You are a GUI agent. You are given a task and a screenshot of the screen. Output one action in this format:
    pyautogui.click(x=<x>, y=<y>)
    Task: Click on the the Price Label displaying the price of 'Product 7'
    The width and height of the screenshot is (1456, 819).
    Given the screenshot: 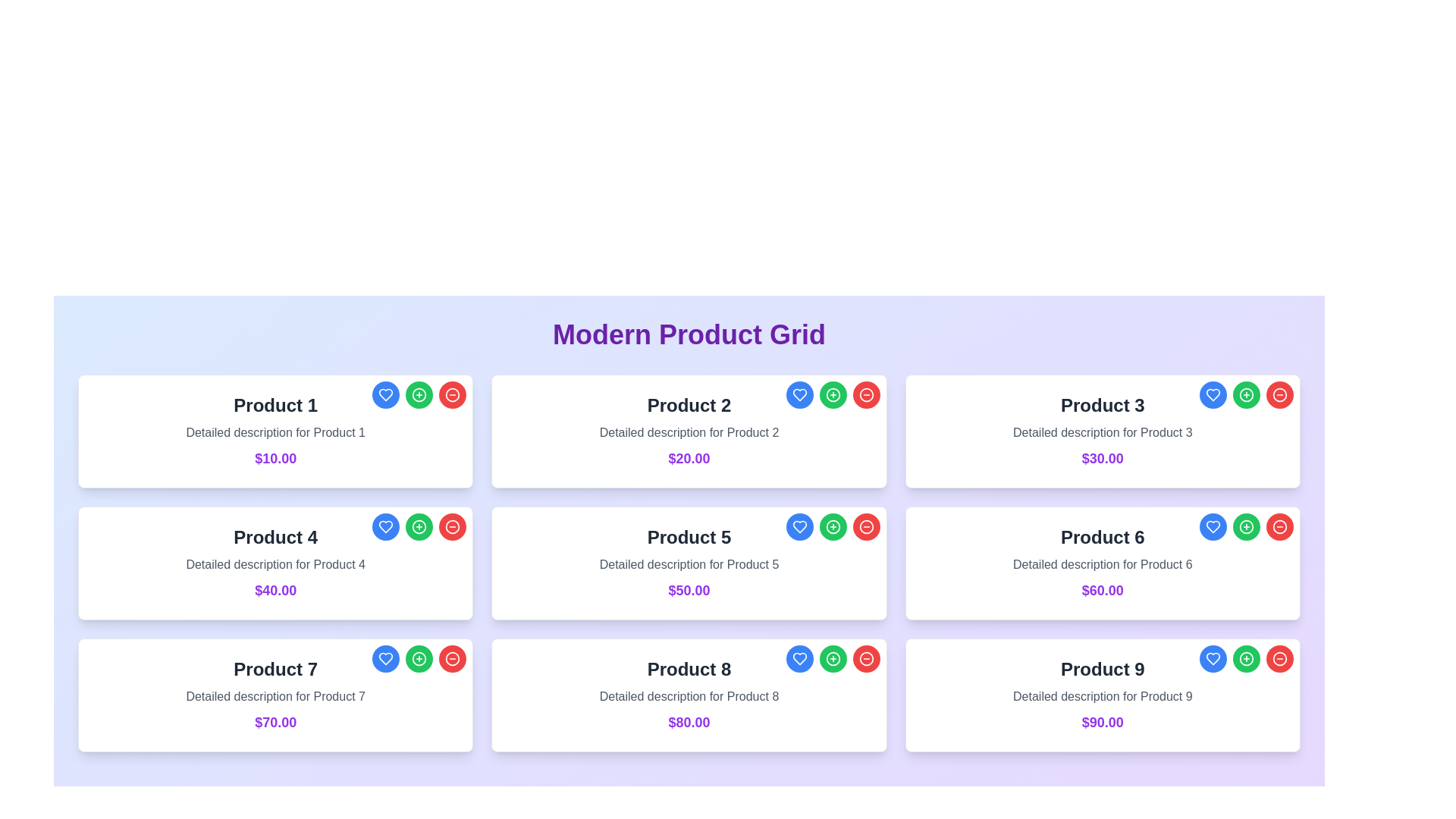 What is the action you would take?
    pyautogui.click(x=275, y=721)
    